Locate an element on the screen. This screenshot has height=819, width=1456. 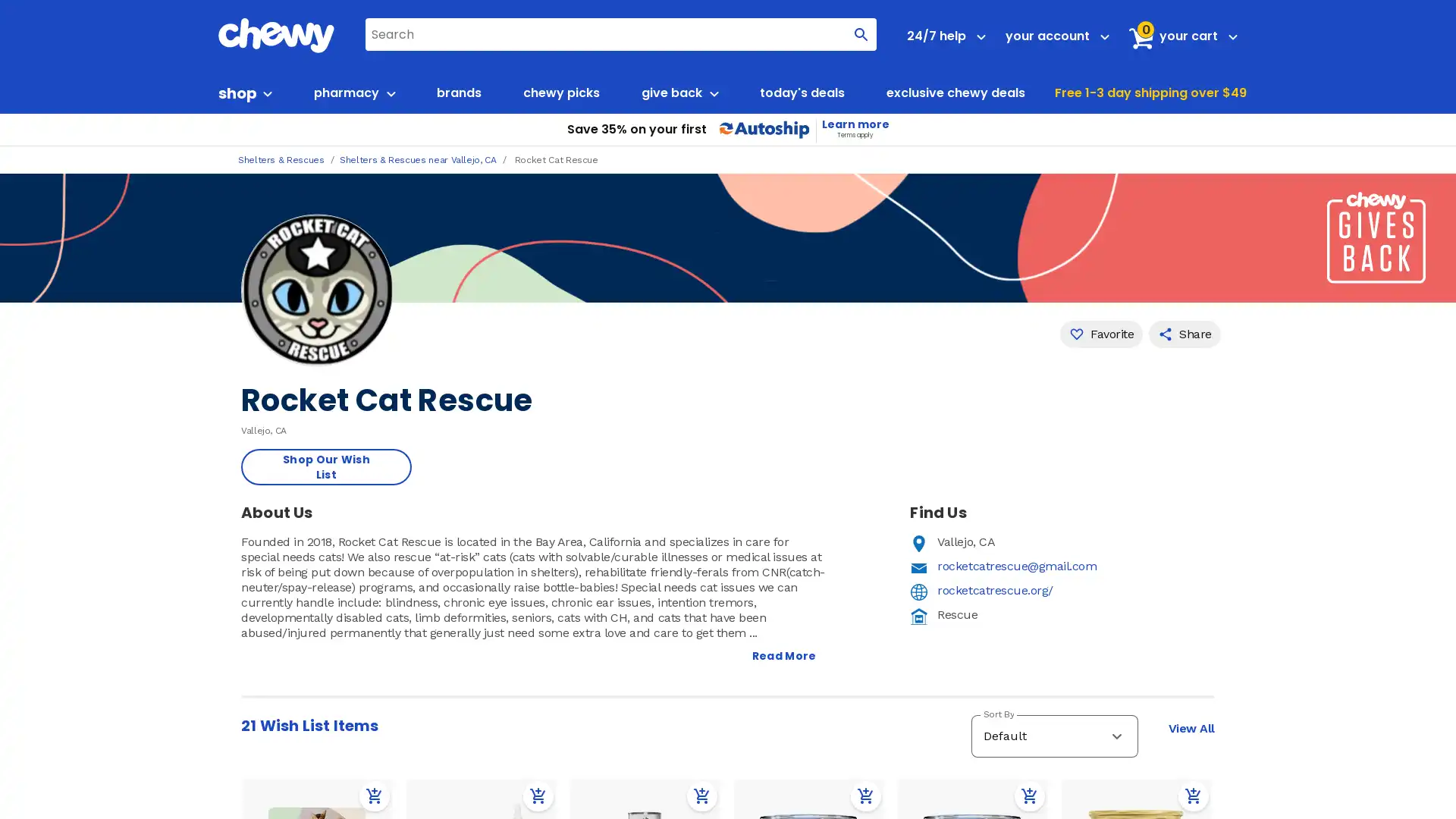
Open Give Back sub-menu is located at coordinates (712, 93).